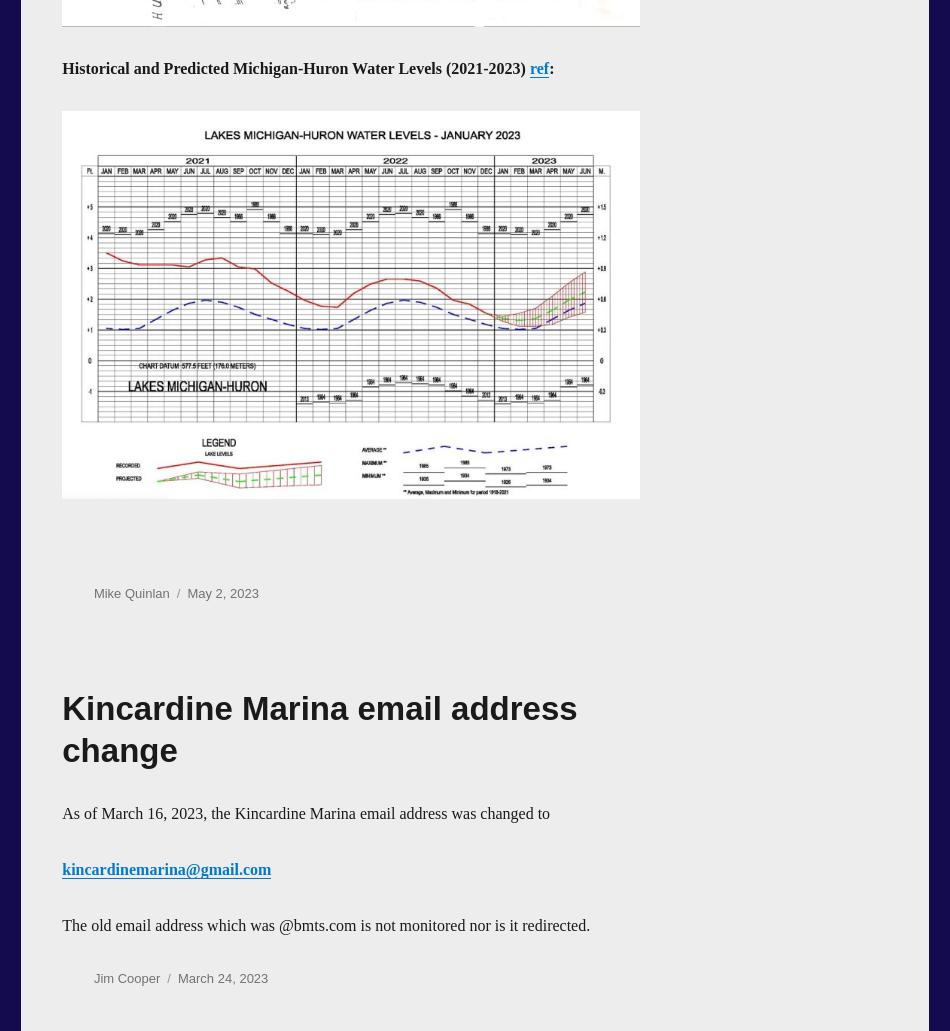 The width and height of the screenshot is (950, 1031). Describe the element at coordinates (62, 67) in the screenshot. I see `'Historical and Predicted Michigan-Huron Water Levels (2021-2023)'` at that location.